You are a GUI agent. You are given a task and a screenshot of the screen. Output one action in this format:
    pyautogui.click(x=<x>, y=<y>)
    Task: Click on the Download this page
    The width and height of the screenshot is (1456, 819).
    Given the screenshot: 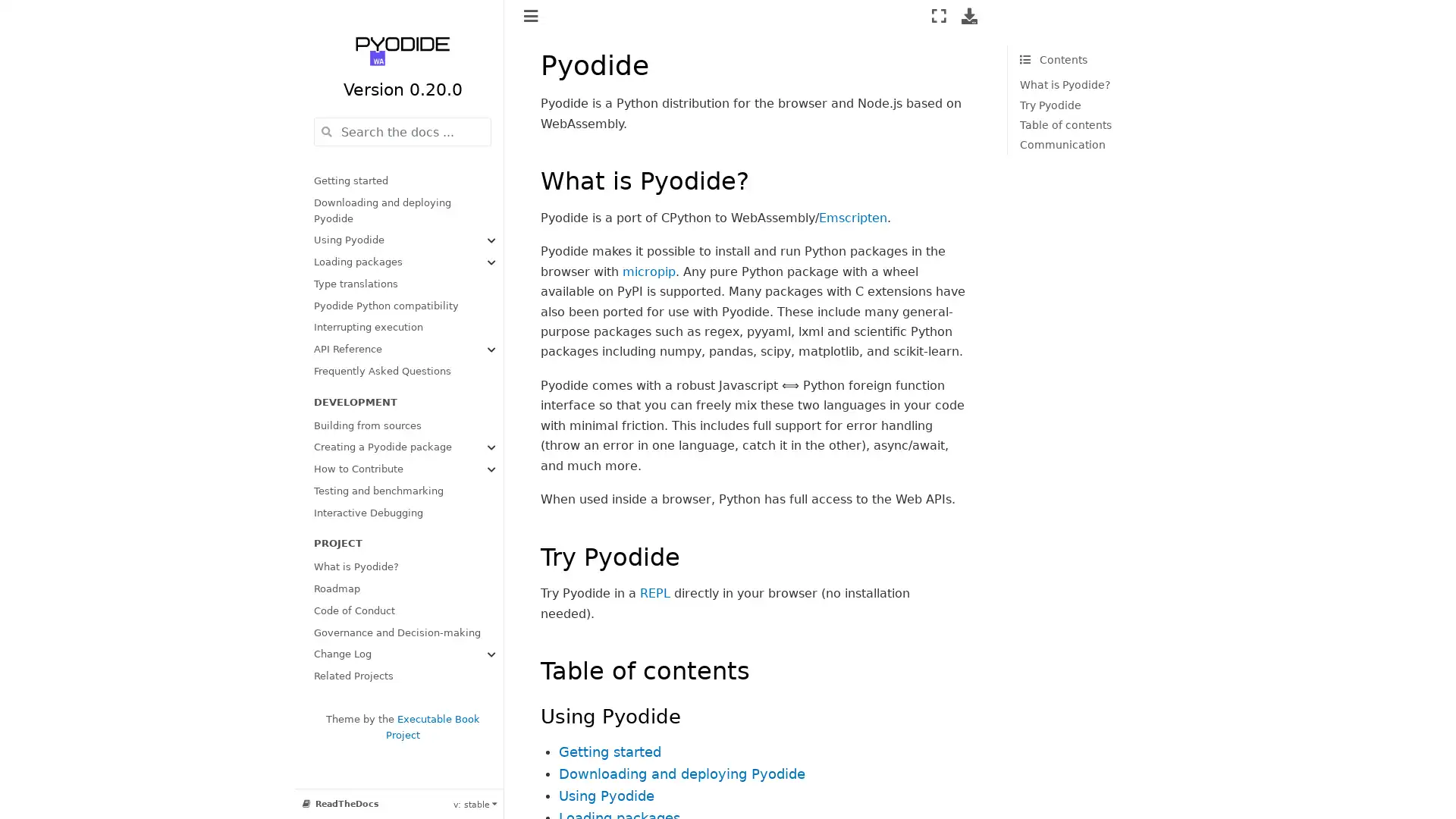 What is the action you would take?
    pyautogui.click(x=968, y=15)
    